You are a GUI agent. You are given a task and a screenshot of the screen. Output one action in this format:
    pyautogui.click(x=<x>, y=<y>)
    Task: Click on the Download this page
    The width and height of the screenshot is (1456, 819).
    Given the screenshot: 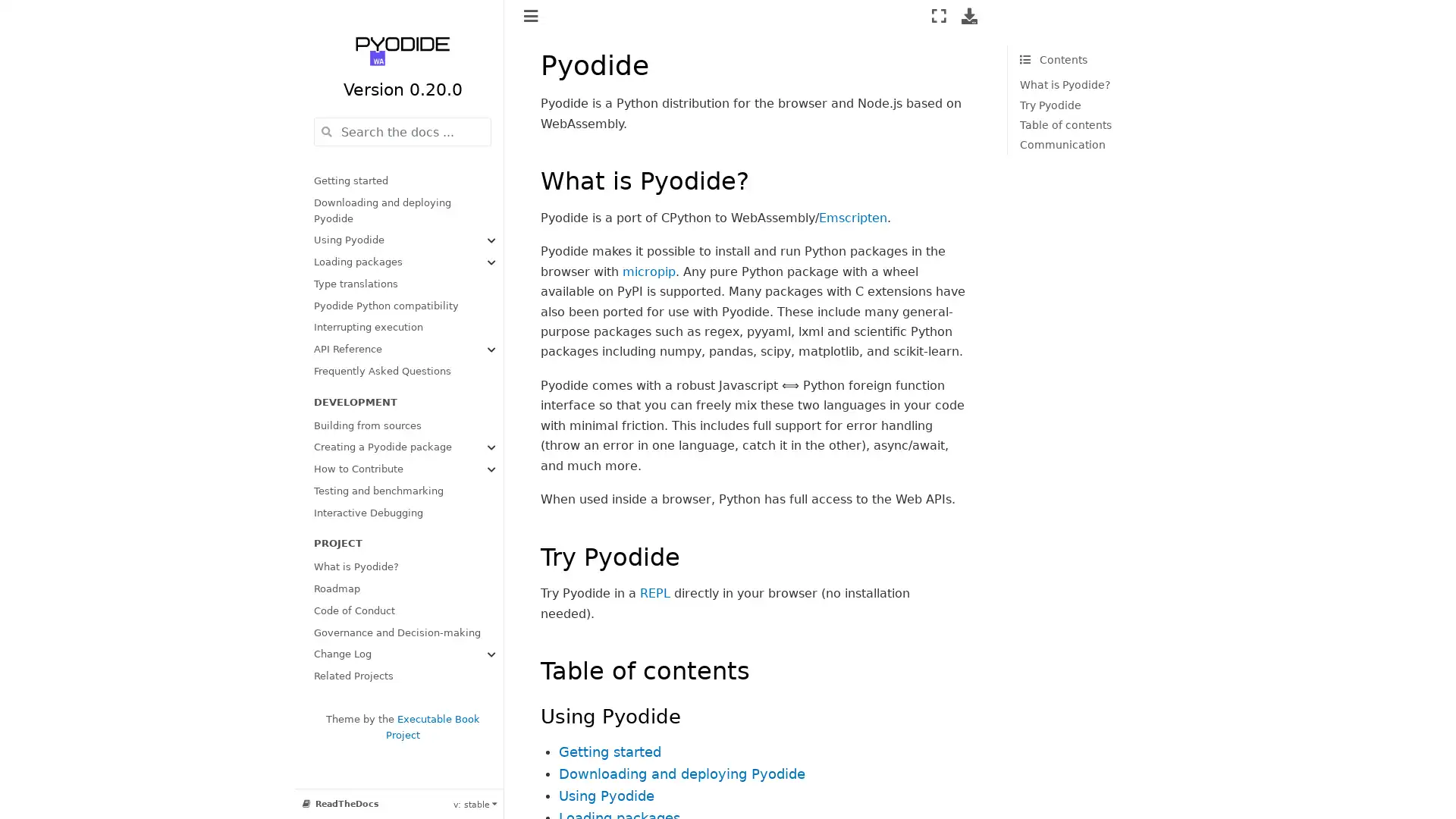 What is the action you would take?
    pyautogui.click(x=968, y=15)
    